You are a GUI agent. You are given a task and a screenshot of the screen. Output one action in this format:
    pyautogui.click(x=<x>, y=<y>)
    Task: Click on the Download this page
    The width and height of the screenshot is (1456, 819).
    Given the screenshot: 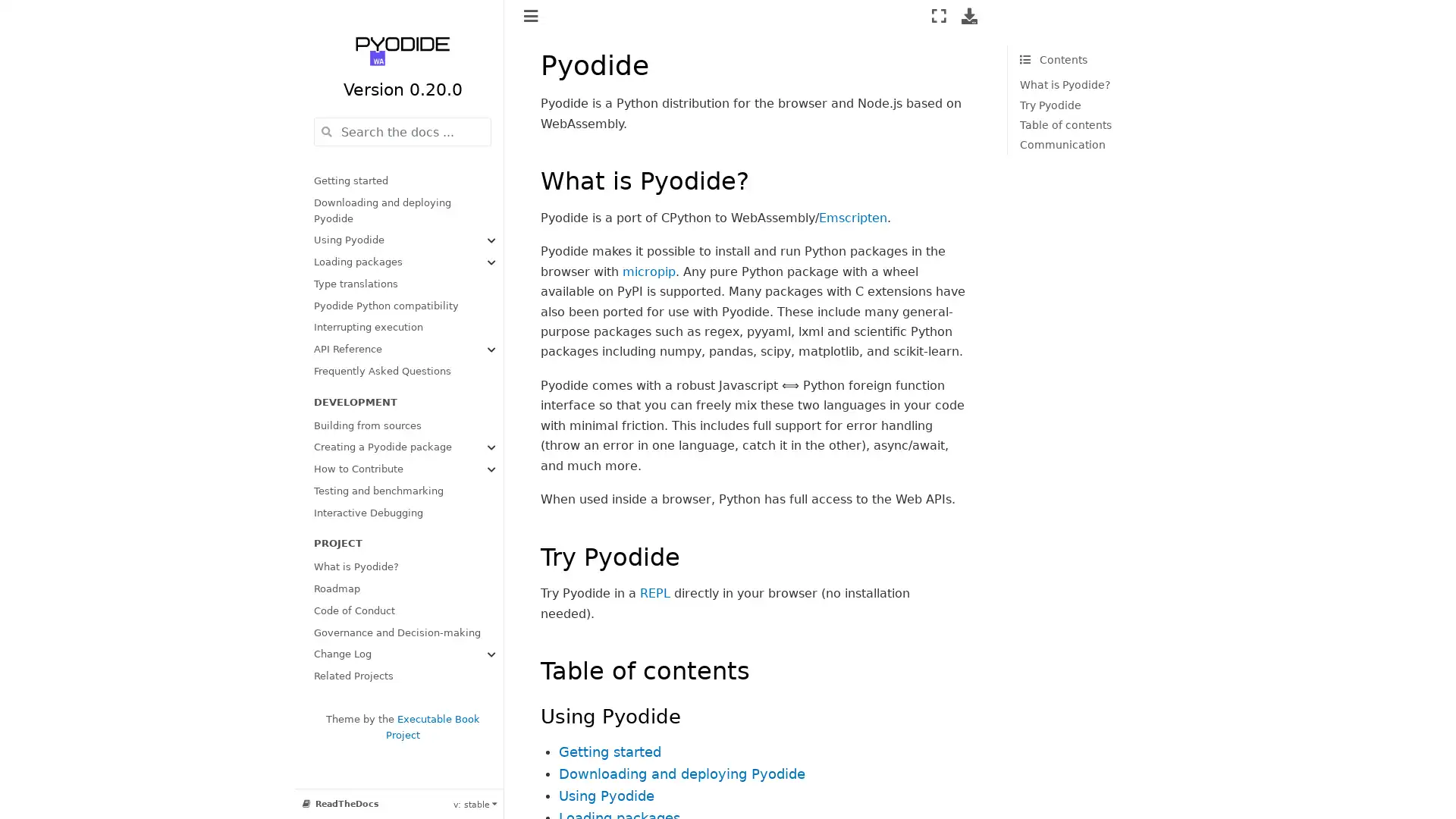 What is the action you would take?
    pyautogui.click(x=968, y=15)
    